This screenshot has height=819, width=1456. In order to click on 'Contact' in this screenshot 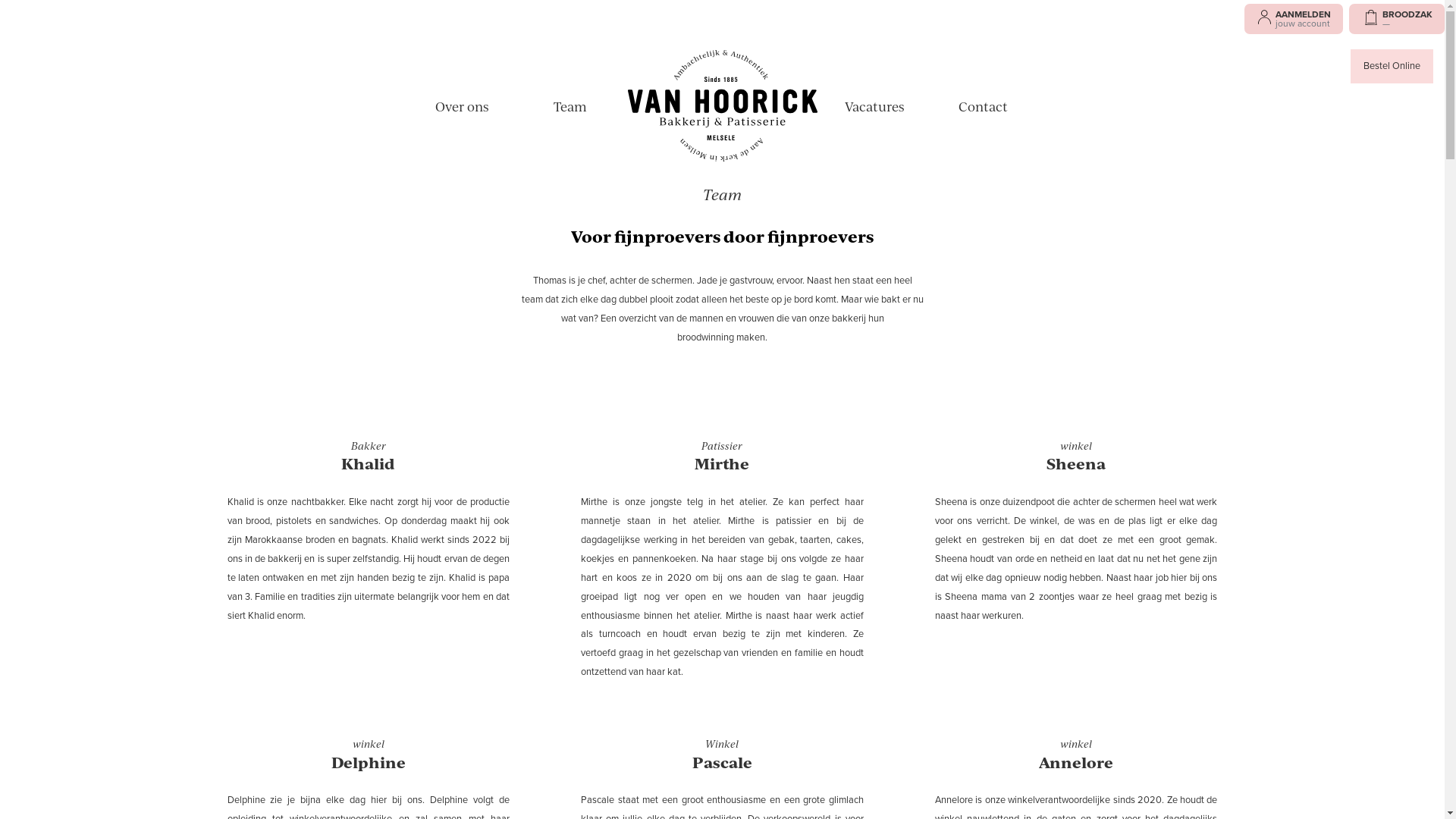, I will do `click(982, 105)`.